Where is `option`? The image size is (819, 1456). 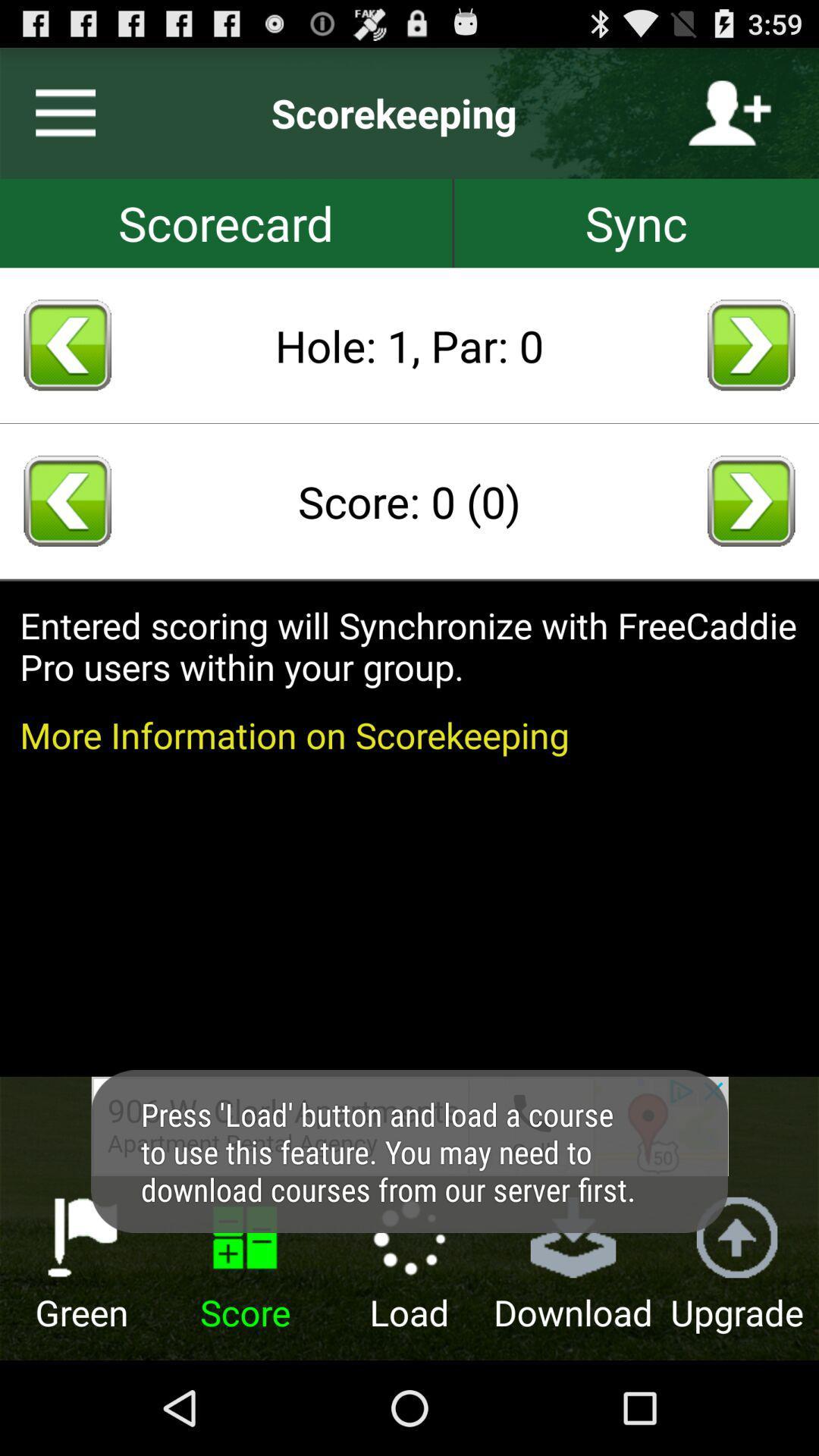
option is located at coordinates (58, 112).